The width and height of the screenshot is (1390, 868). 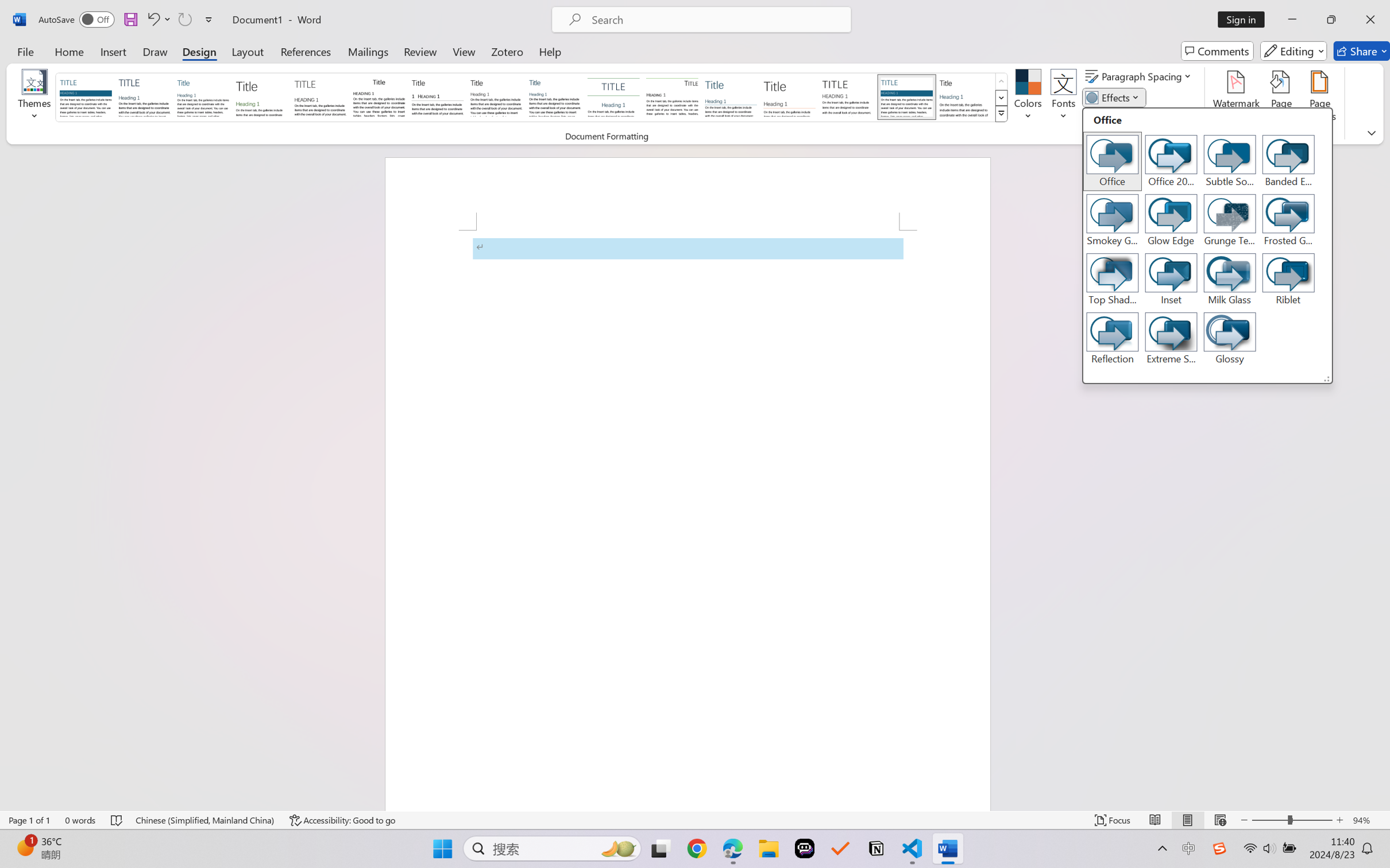 What do you see at coordinates (1001, 114) in the screenshot?
I see `'Style Set'` at bounding box center [1001, 114].